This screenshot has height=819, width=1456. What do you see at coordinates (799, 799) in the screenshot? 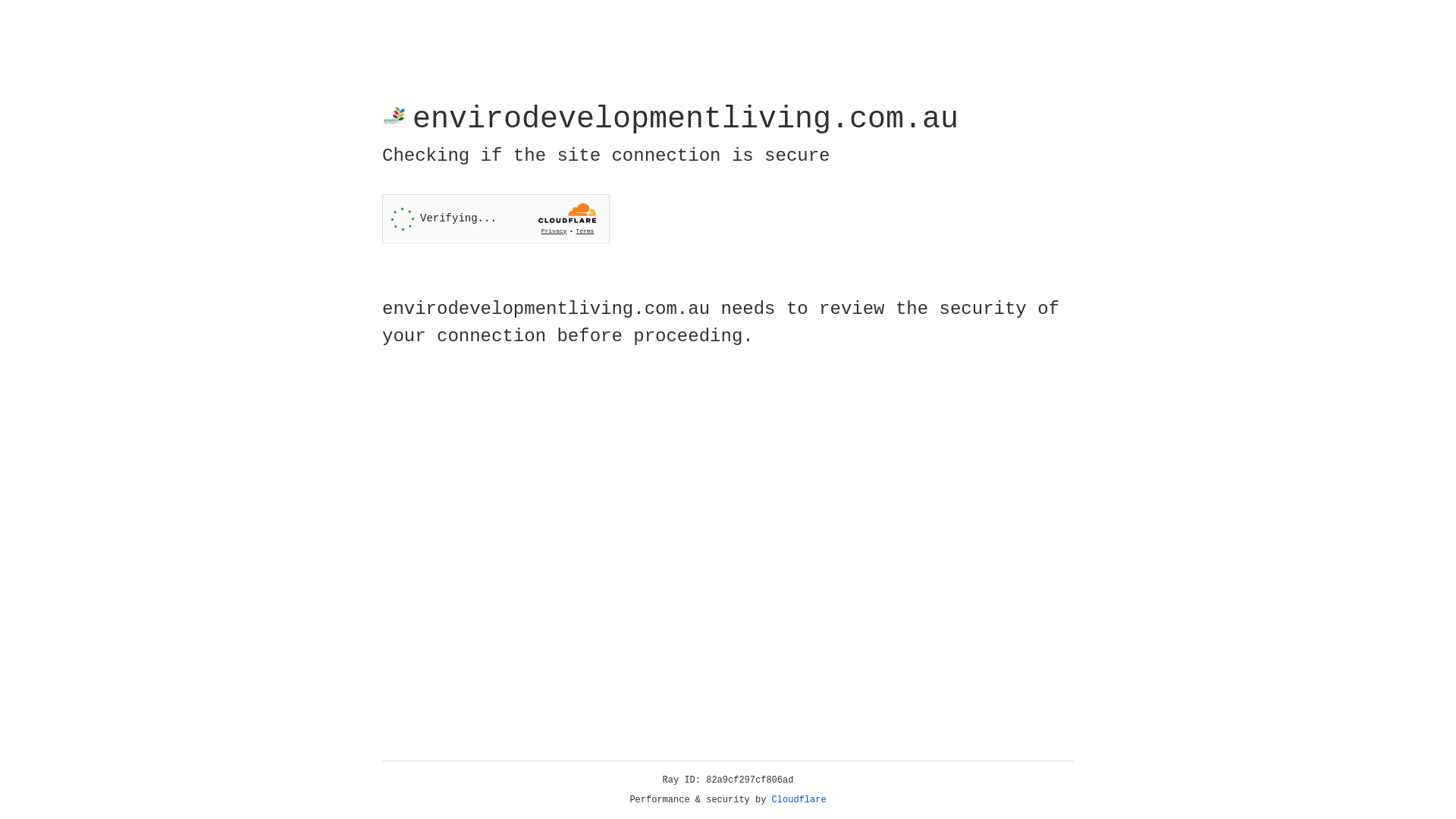
I see `'Cloudflare'` at bounding box center [799, 799].